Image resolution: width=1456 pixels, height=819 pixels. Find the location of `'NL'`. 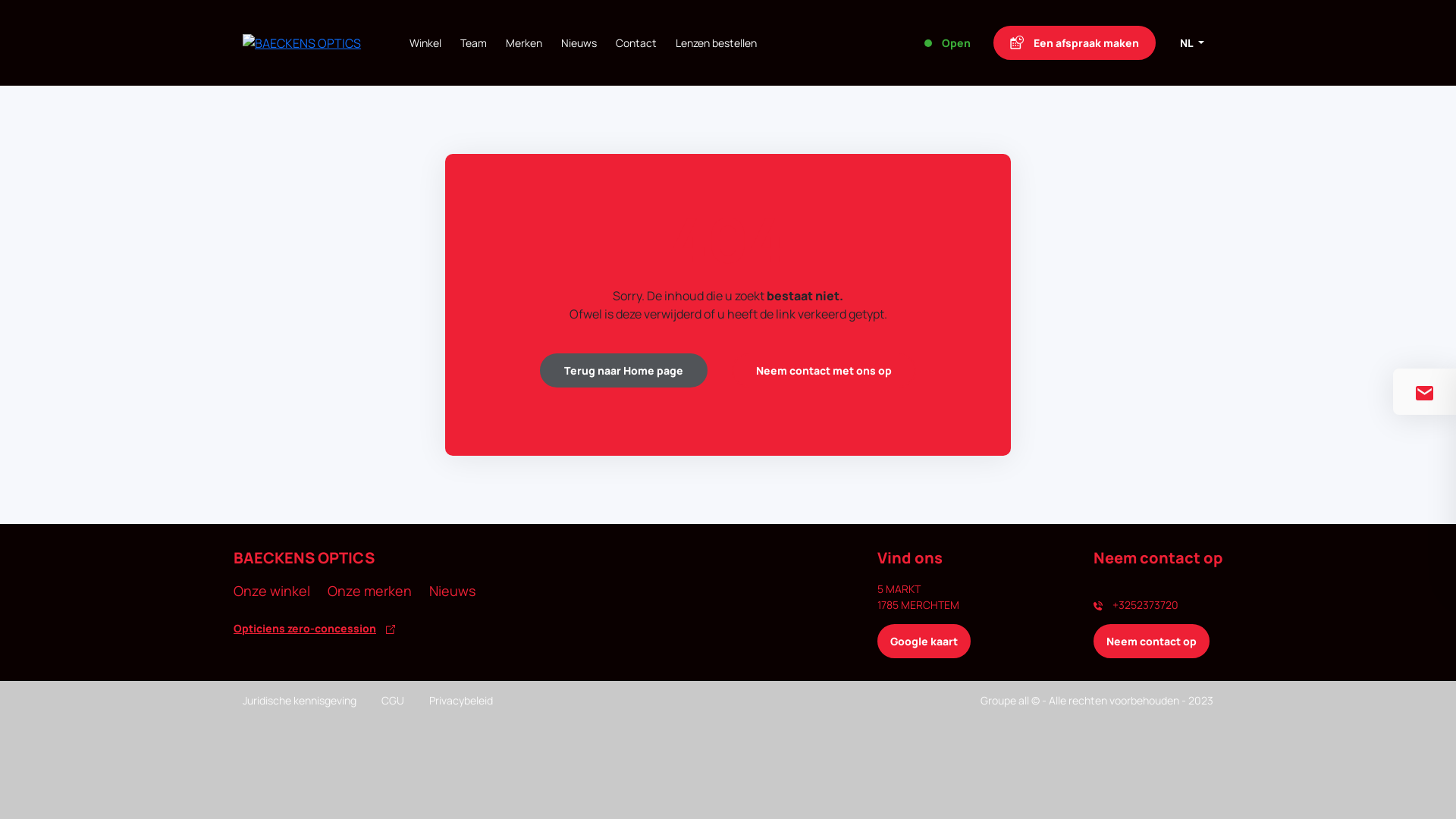

'NL' is located at coordinates (1170, 42).